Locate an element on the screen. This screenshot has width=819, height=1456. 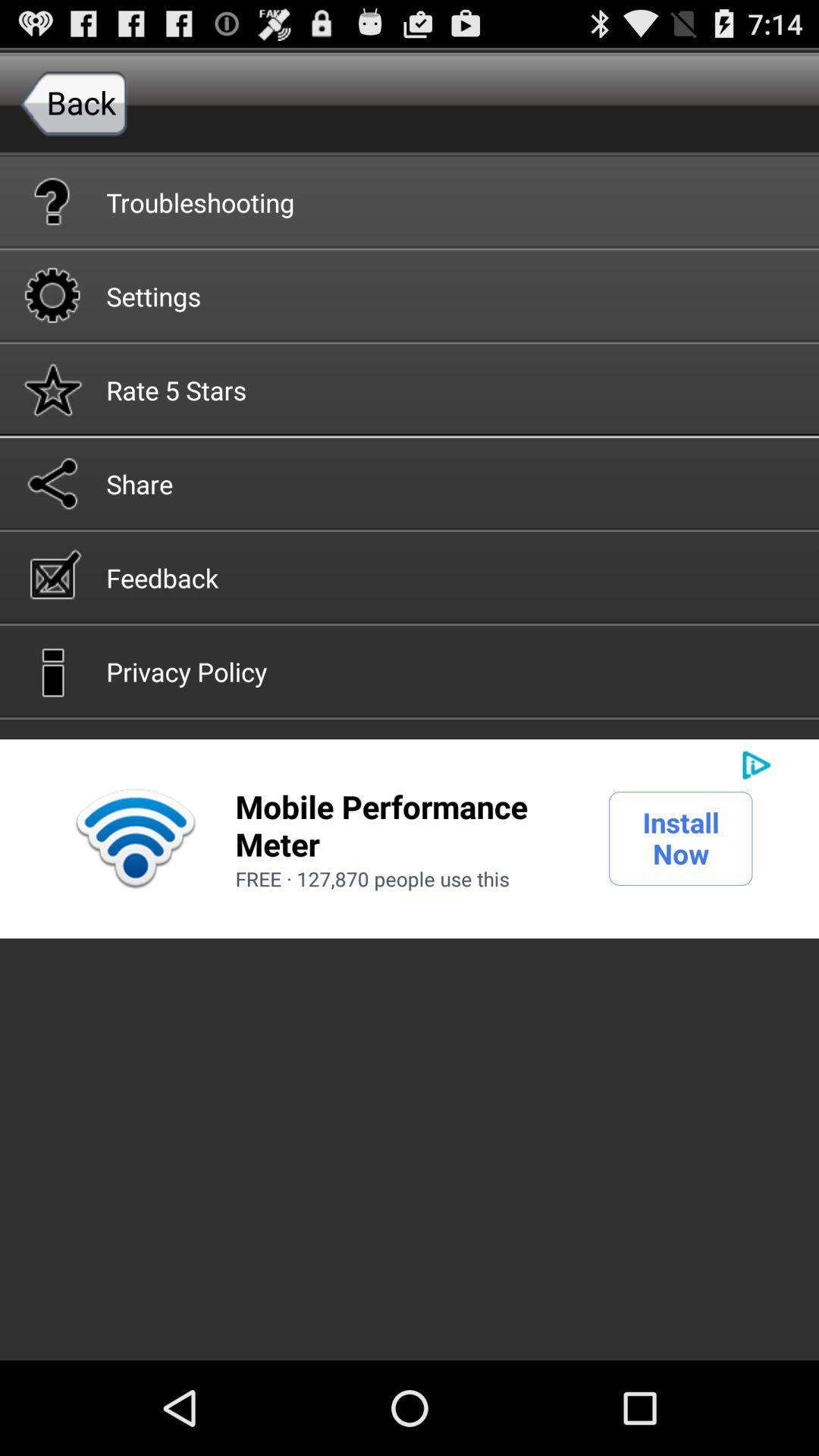
the rate 5 stars icon is located at coordinates (409, 389).